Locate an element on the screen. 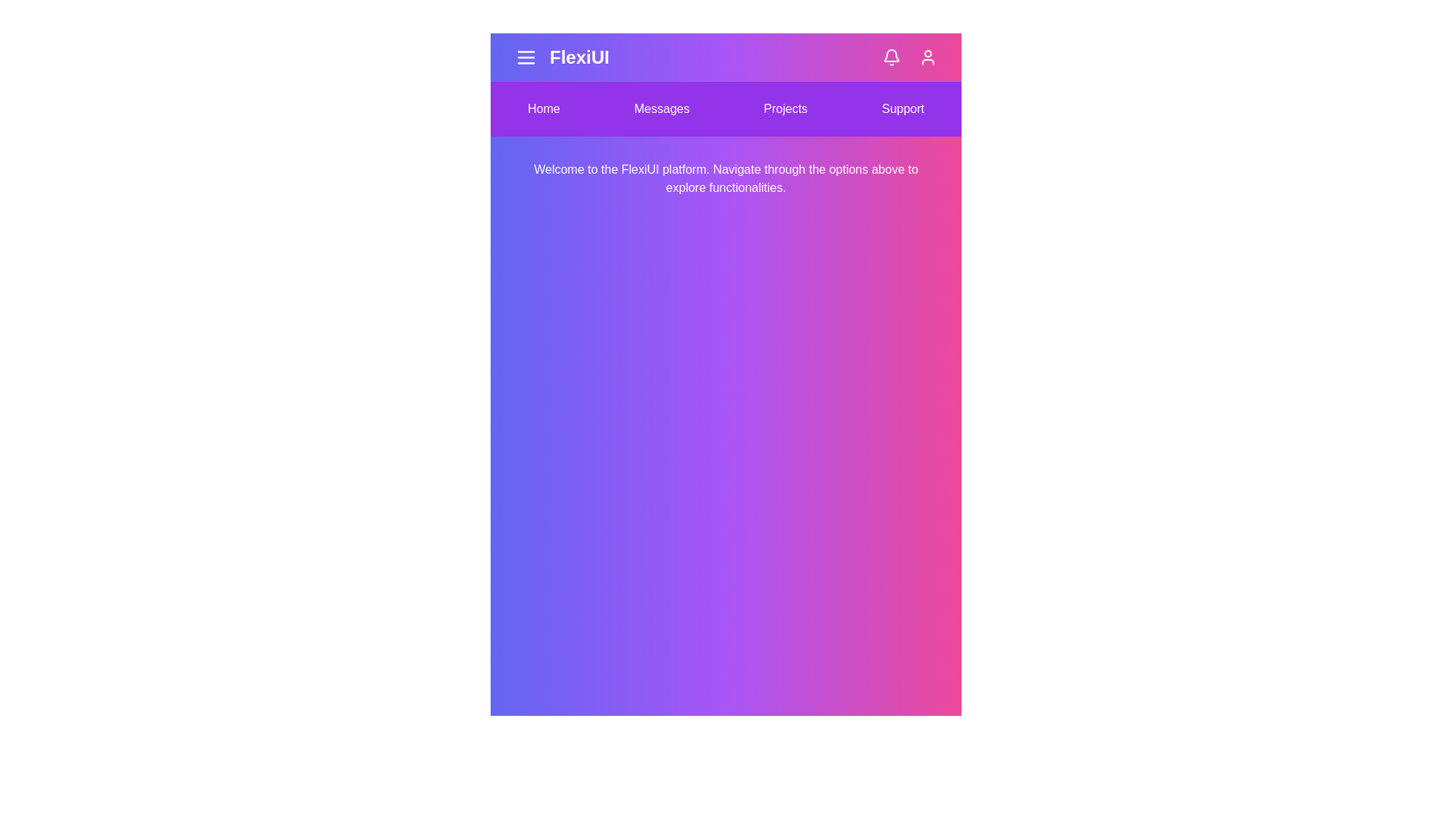 Image resolution: width=1456 pixels, height=819 pixels. the navigation item Projects to navigate is located at coordinates (786, 108).